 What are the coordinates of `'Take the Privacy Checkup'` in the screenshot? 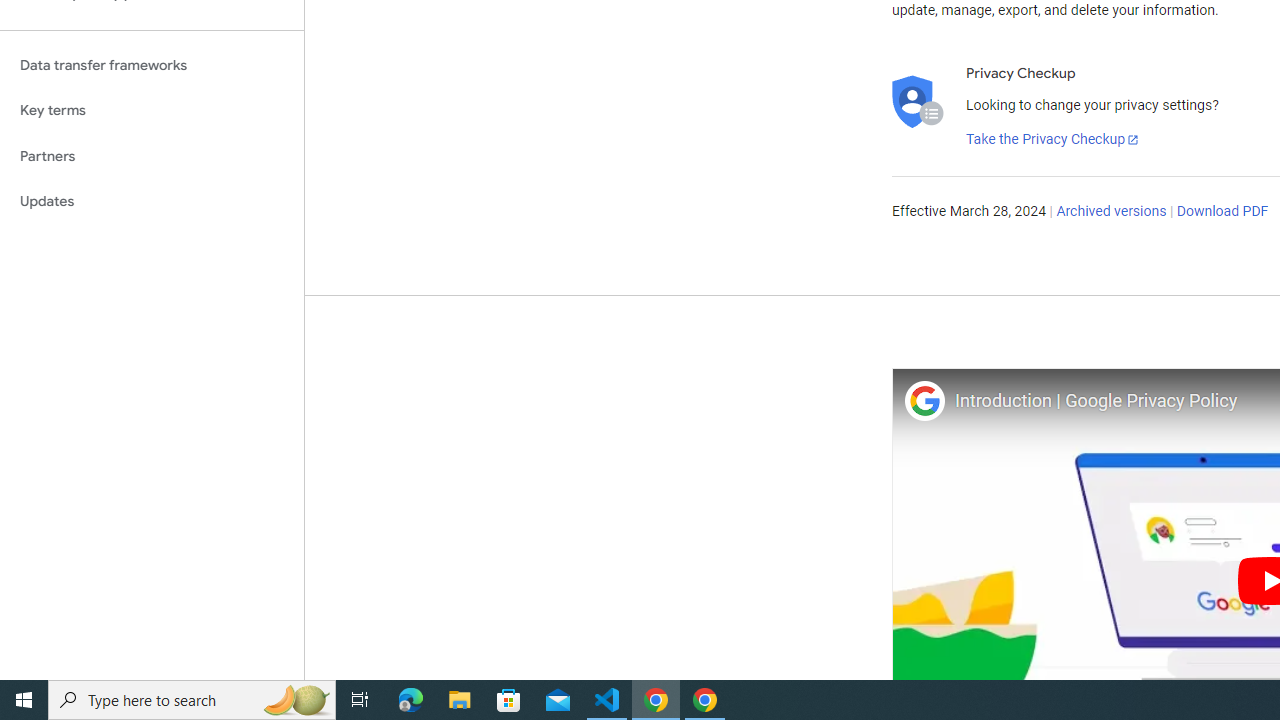 It's located at (1052, 139).